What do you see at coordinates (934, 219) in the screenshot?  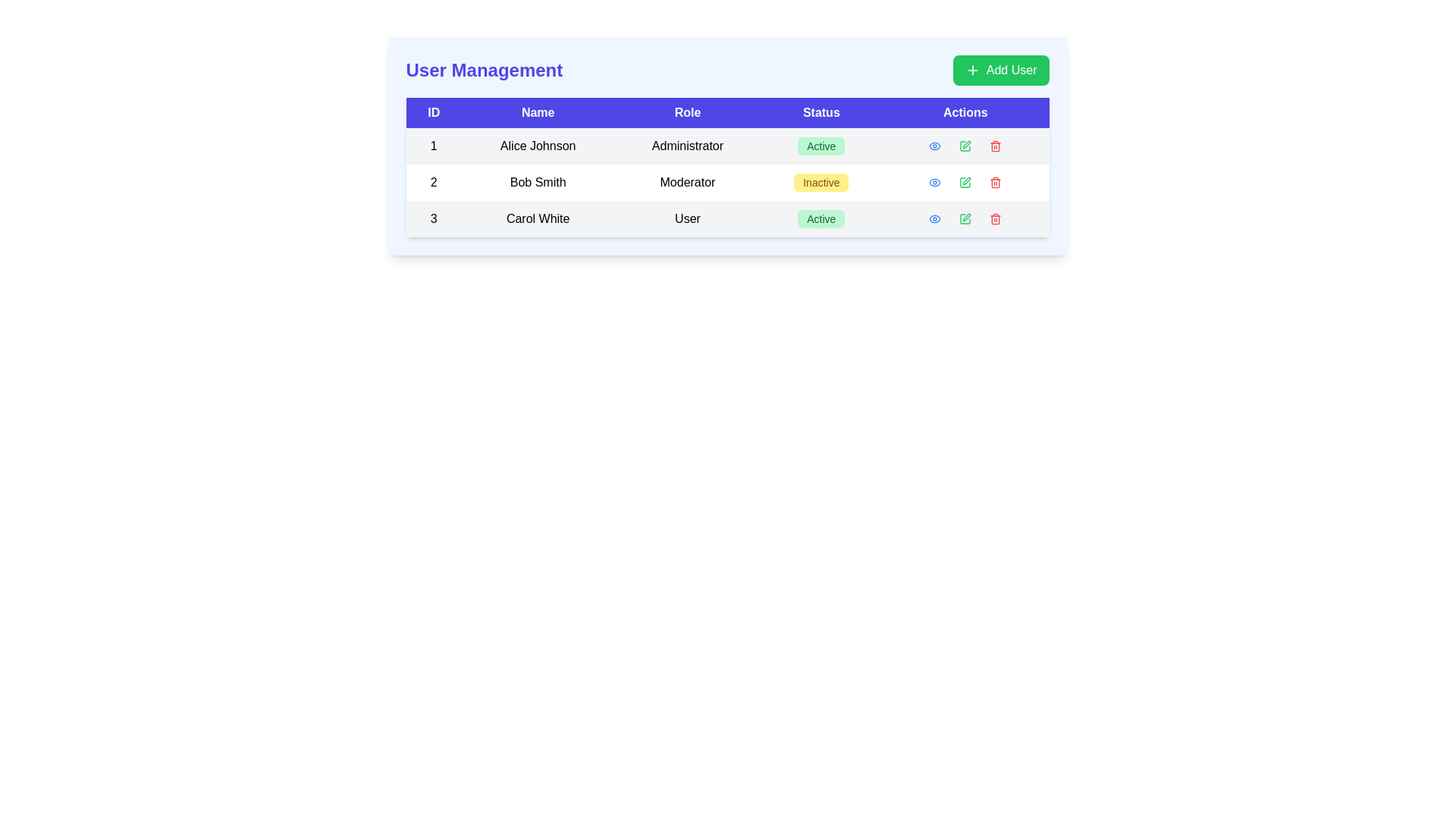 I see `the stylized eye icon button in the 'Actions' column for 'Carol White'` at bounding box center [934, 219].